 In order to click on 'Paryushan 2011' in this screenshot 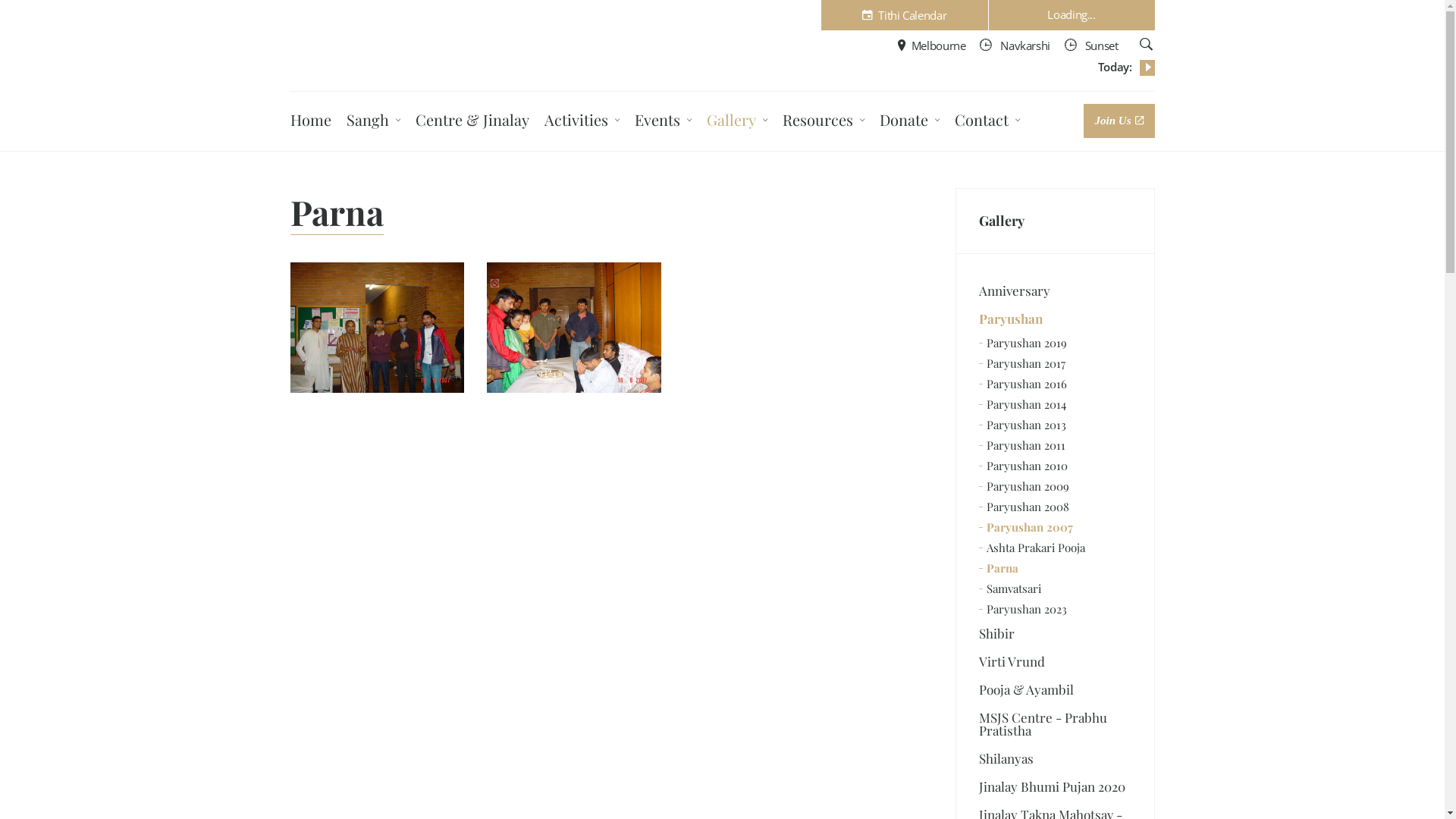, I will do `click(1054, 444)`.